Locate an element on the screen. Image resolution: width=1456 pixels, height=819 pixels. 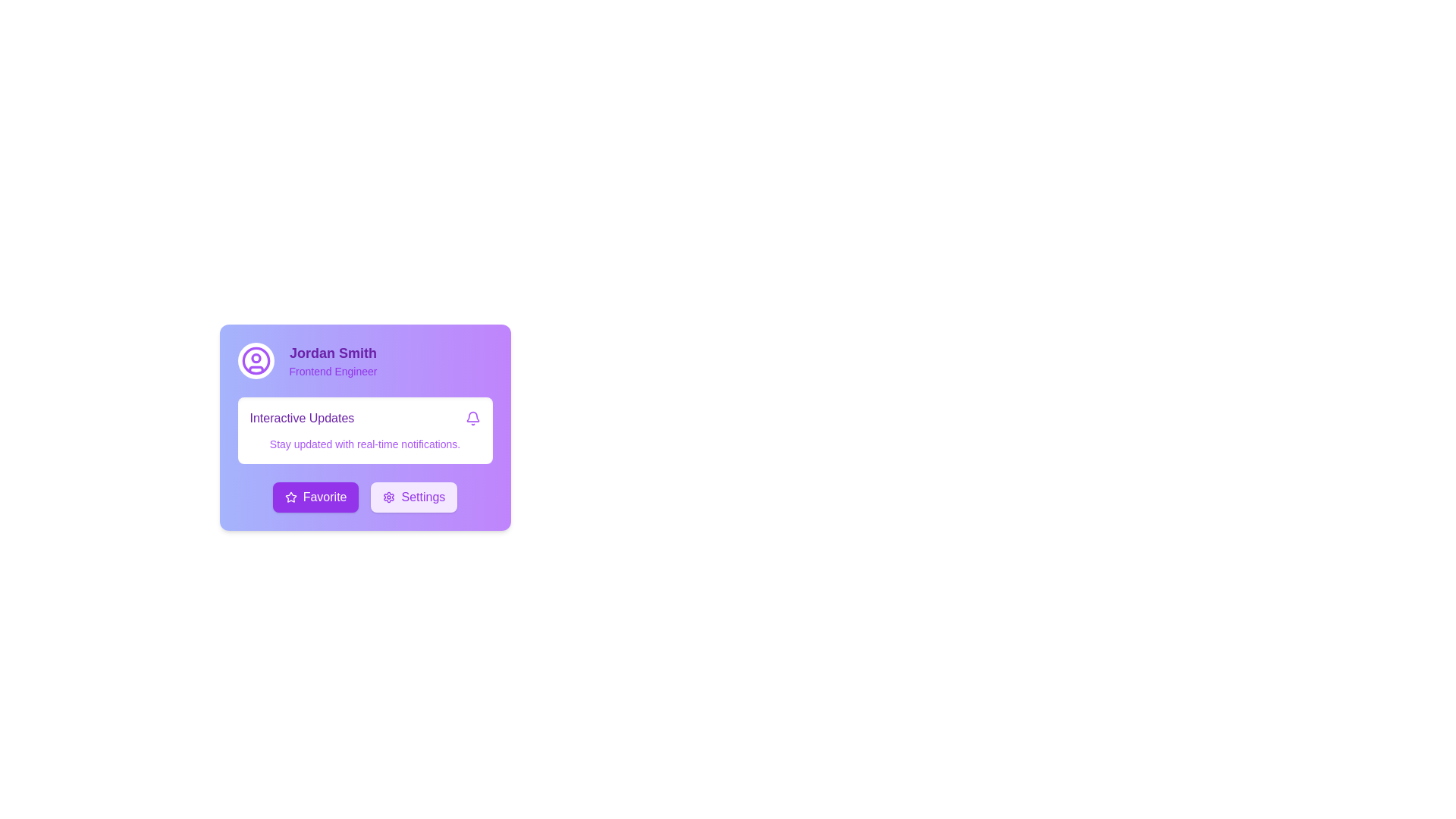
the static text label displaying 'Frontend Engineer', which is styled in purple and positioned below 'Jordan Smith' on a gradient purple card is located at coordinates (332, 371).